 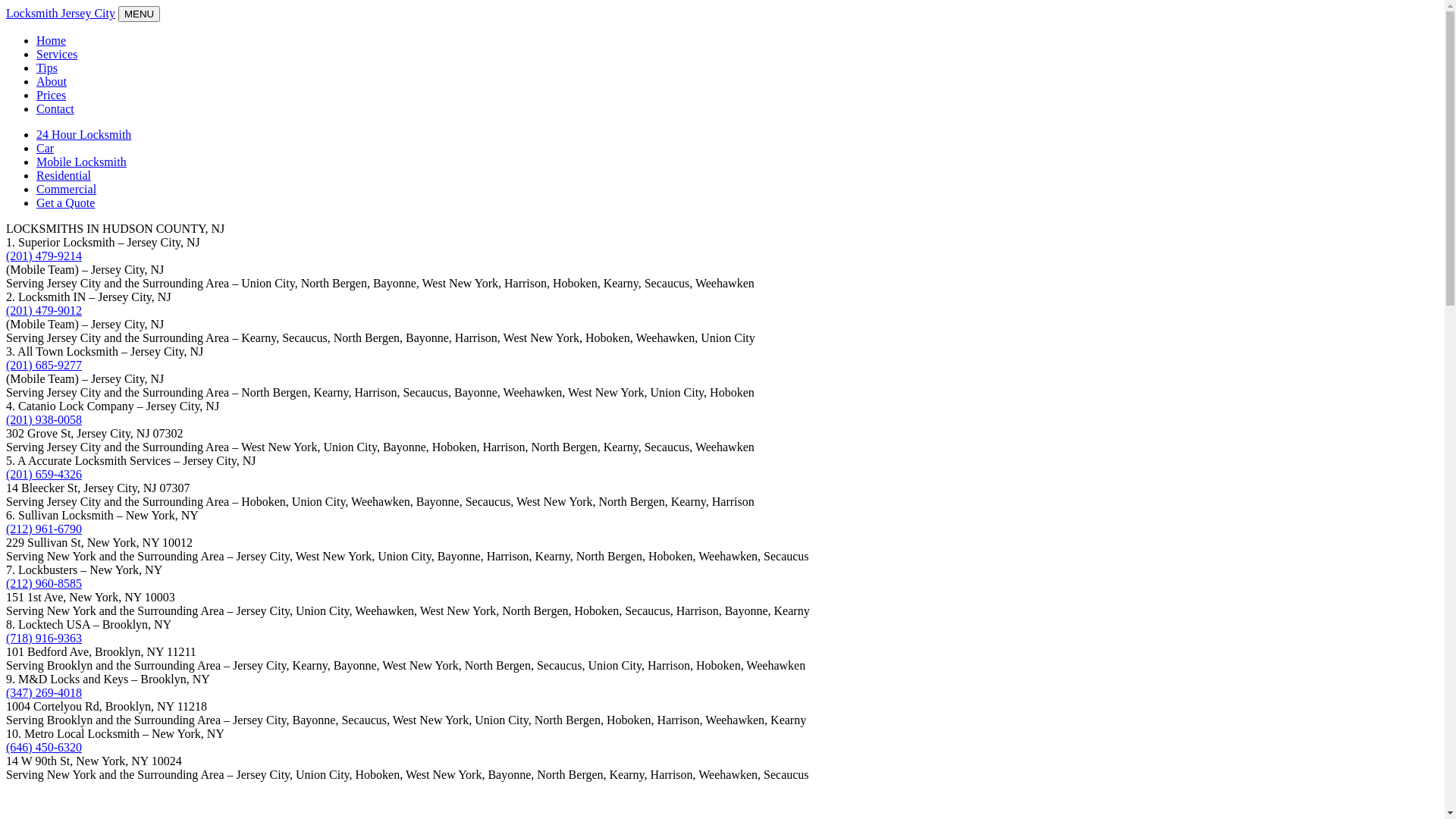 What do you see at coordinates (43, 746) in the screenshot?
I see `'(646) 450-6320'` at bounding box center [43, 746].